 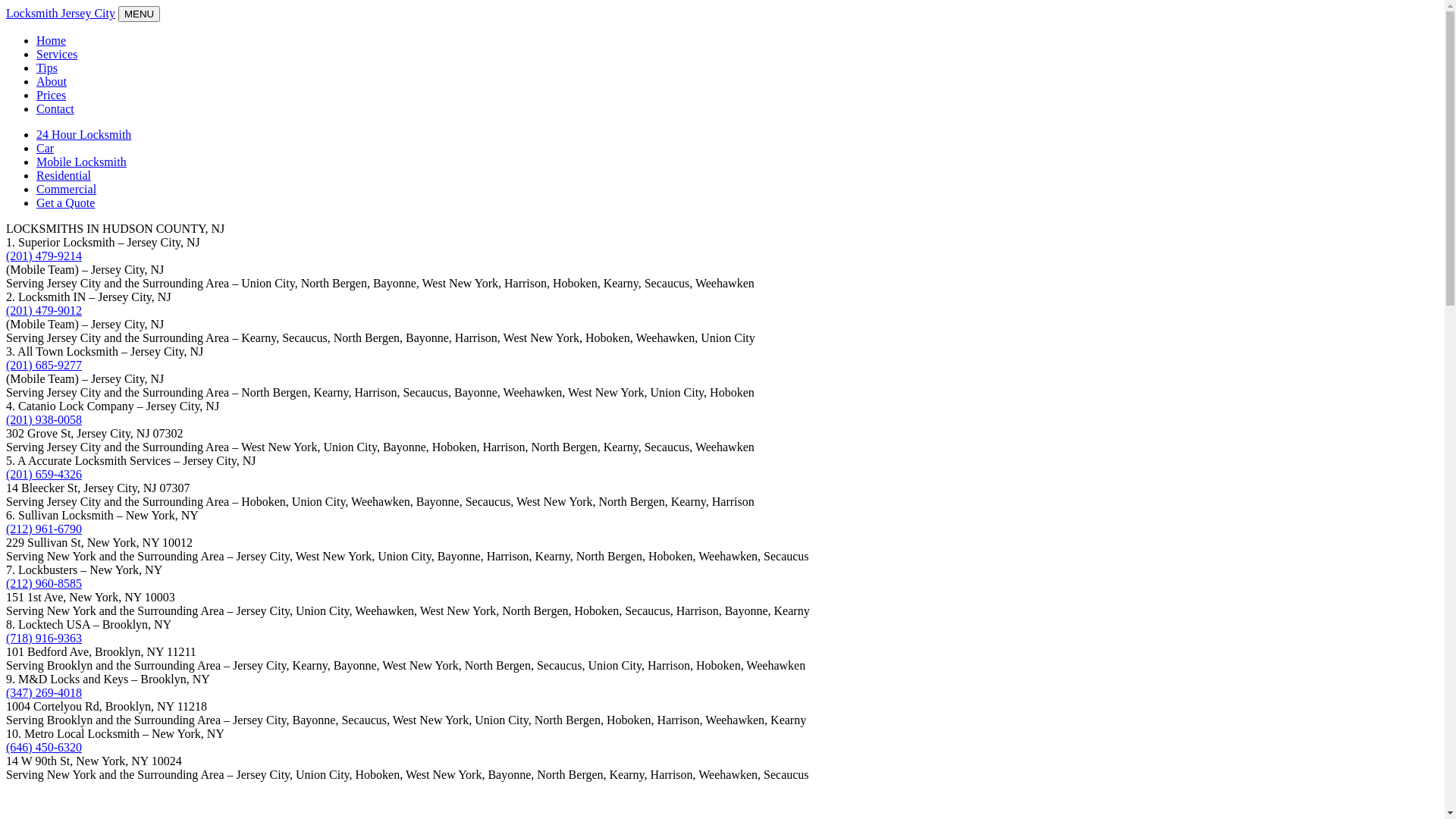 What do you see at coordinates (43, 746) in the screenshot?
I see `'(646) 450-6320'` at bounding box center [43, 746].